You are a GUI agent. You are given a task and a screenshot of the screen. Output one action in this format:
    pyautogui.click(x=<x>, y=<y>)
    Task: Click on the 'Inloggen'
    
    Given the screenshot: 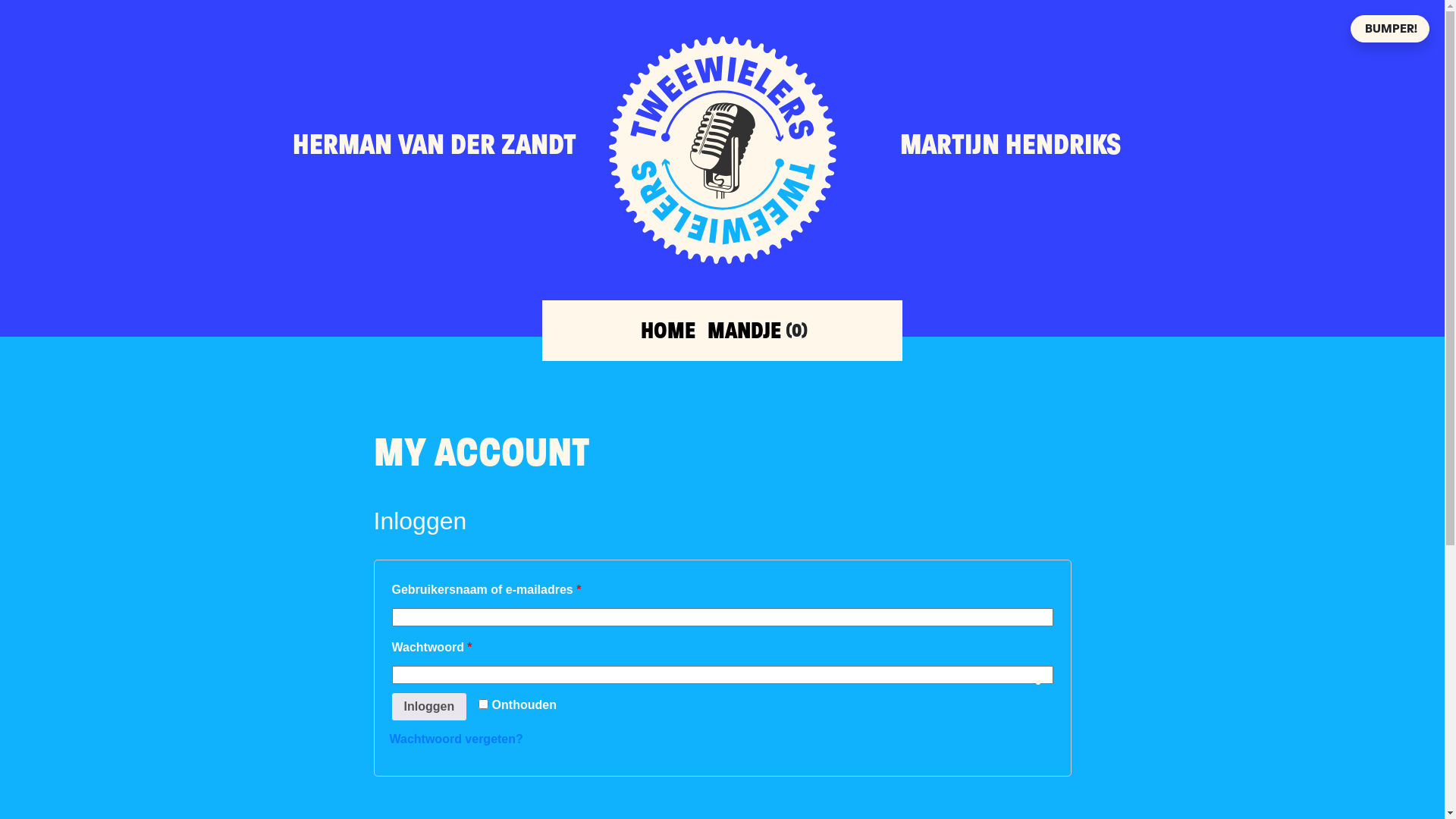 What is the action you would take?
    pyautogui.click(x=391, y=707)
    